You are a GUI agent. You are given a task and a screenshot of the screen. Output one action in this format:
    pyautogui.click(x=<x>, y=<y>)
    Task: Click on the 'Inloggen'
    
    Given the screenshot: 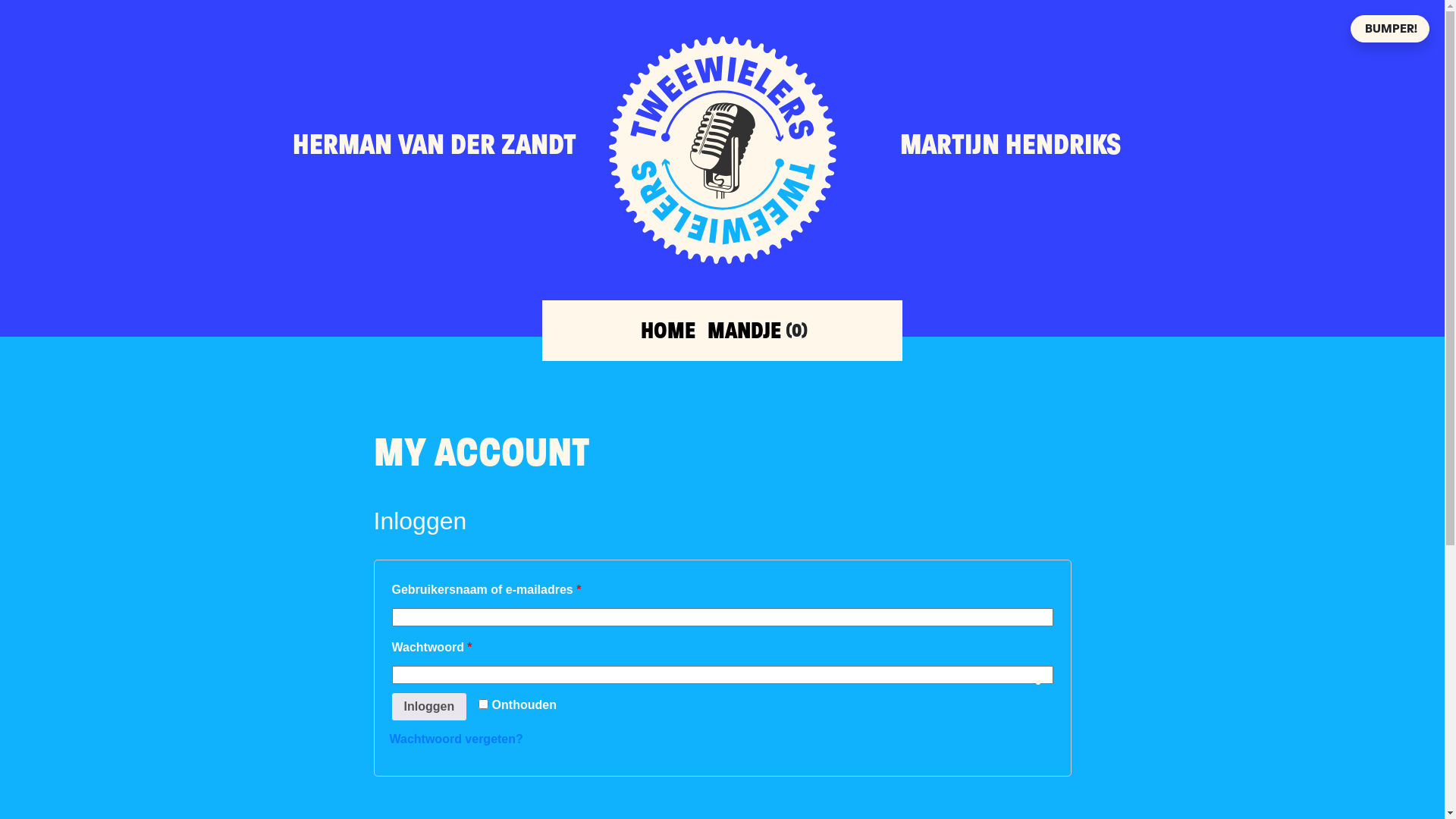 What is the action you would take?
    pyautogui.click(x=391, y=707)
    